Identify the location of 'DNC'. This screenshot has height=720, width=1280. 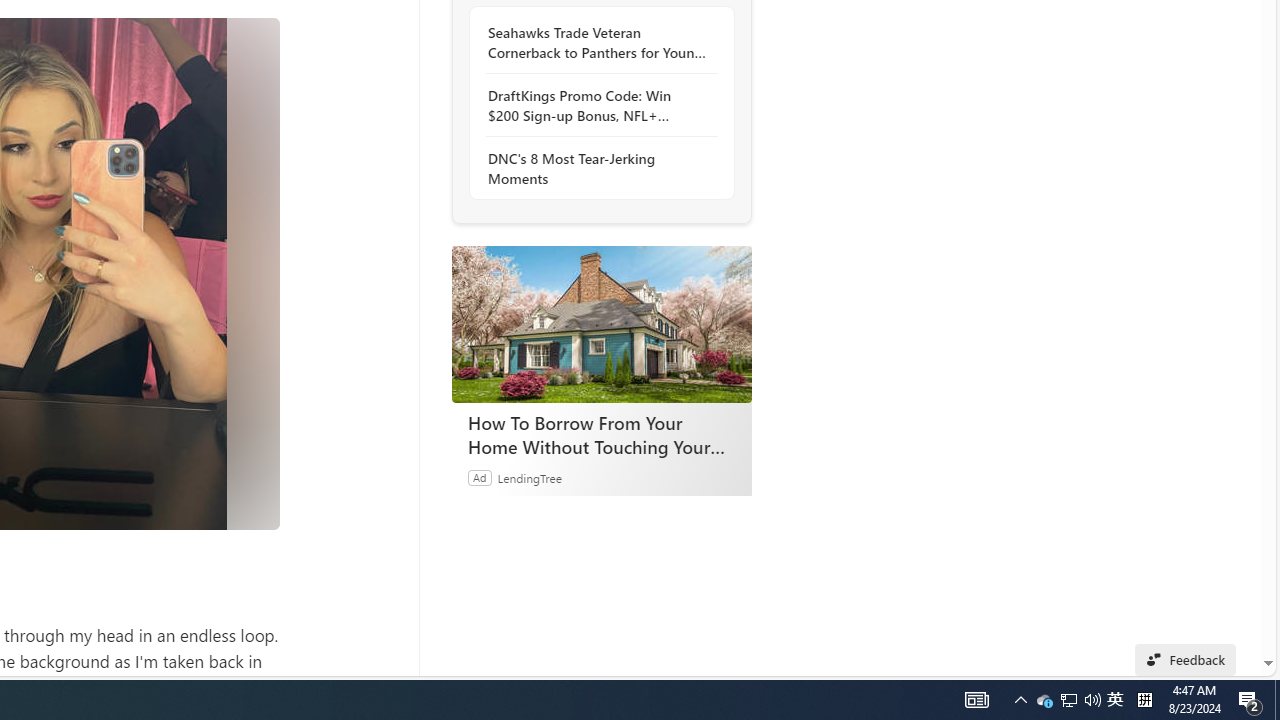
(595, 167).